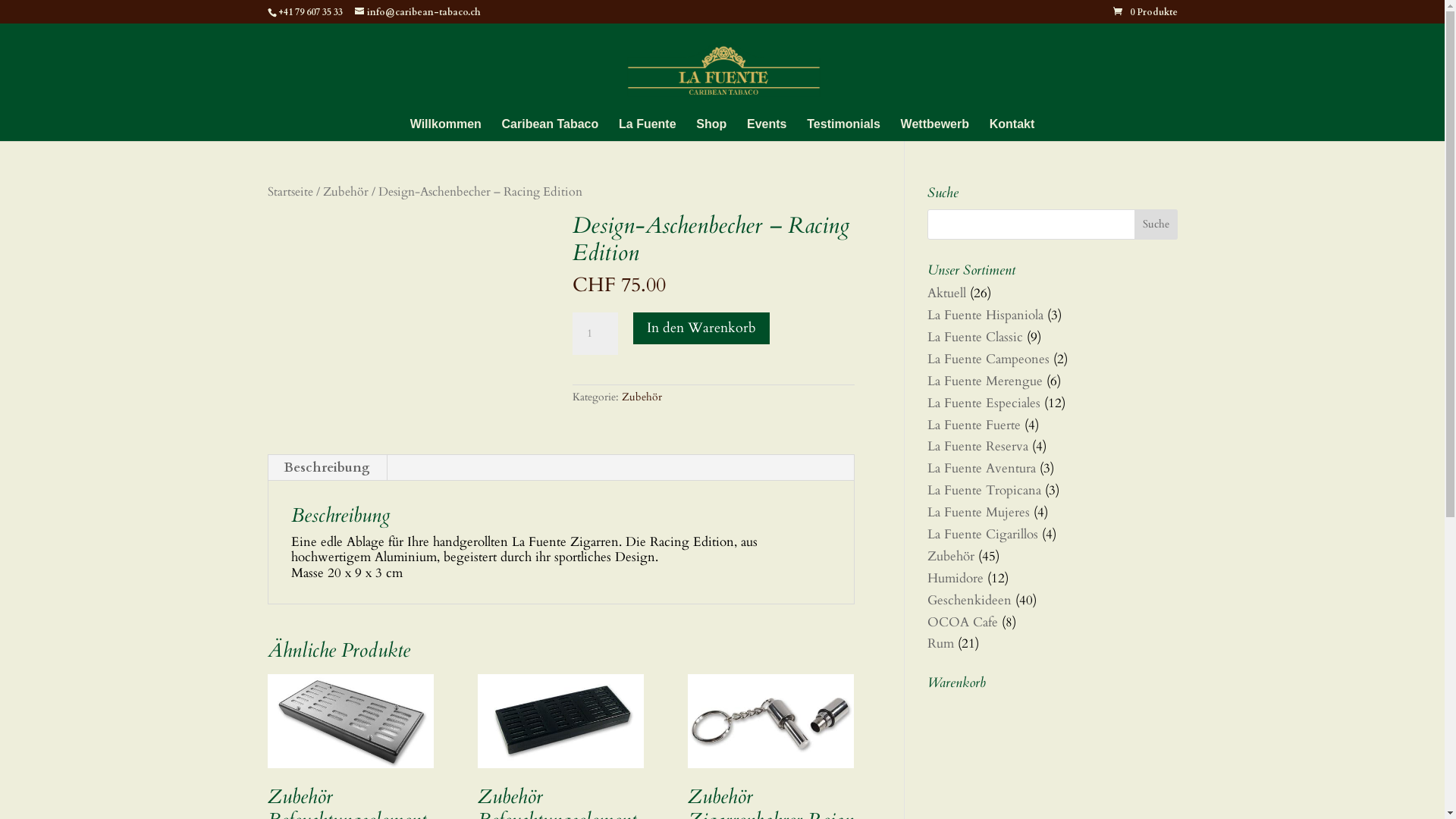 Image resolution: width=1456 pixels, height=819 pixels. I want to click on 'La Fuente Merengue', so click(984, 380).